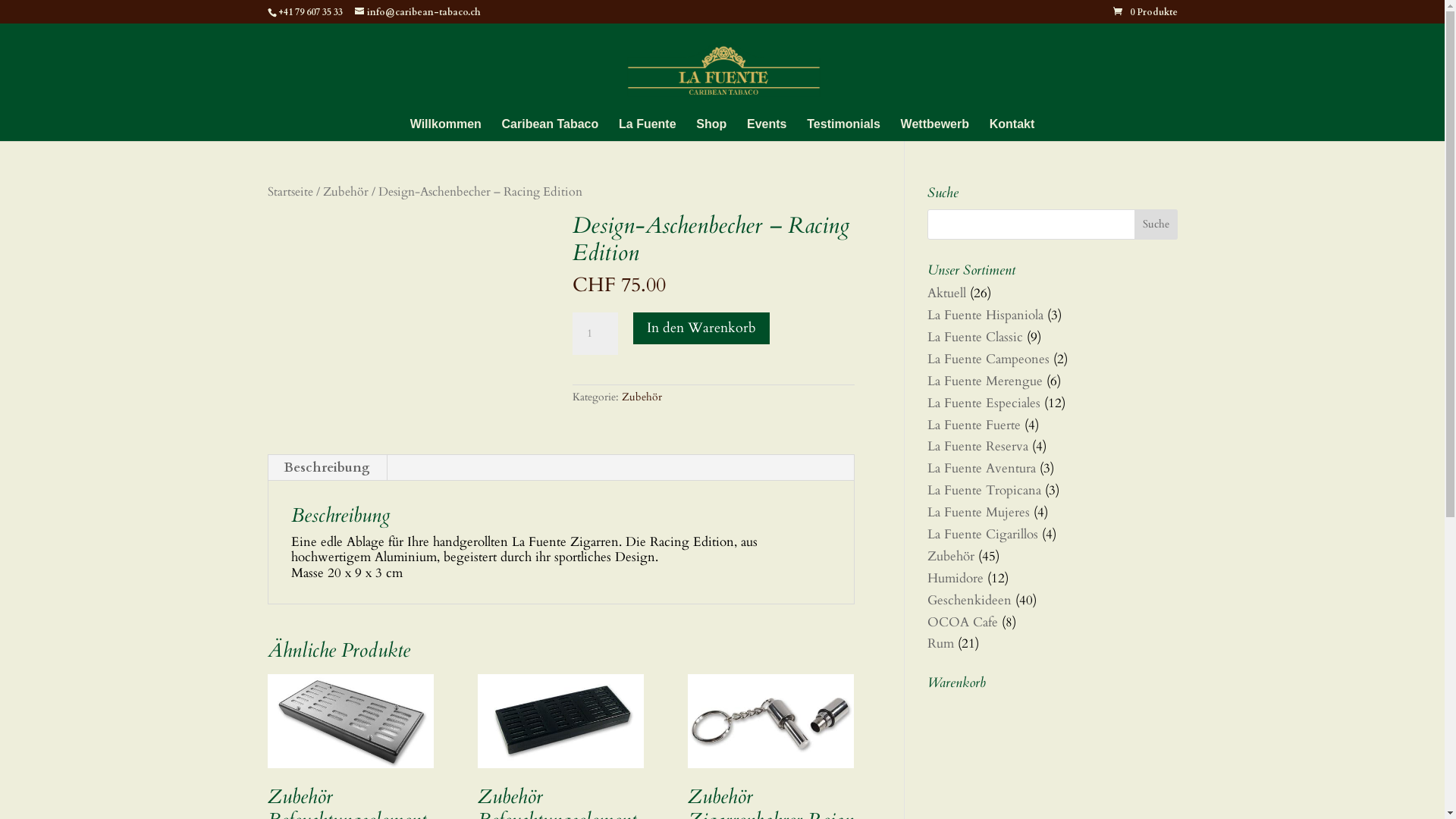 Image resolution: width=1456 pixels, height=819 pixels. I want to click on 'La Fuente Merengue', so click(984, 380).